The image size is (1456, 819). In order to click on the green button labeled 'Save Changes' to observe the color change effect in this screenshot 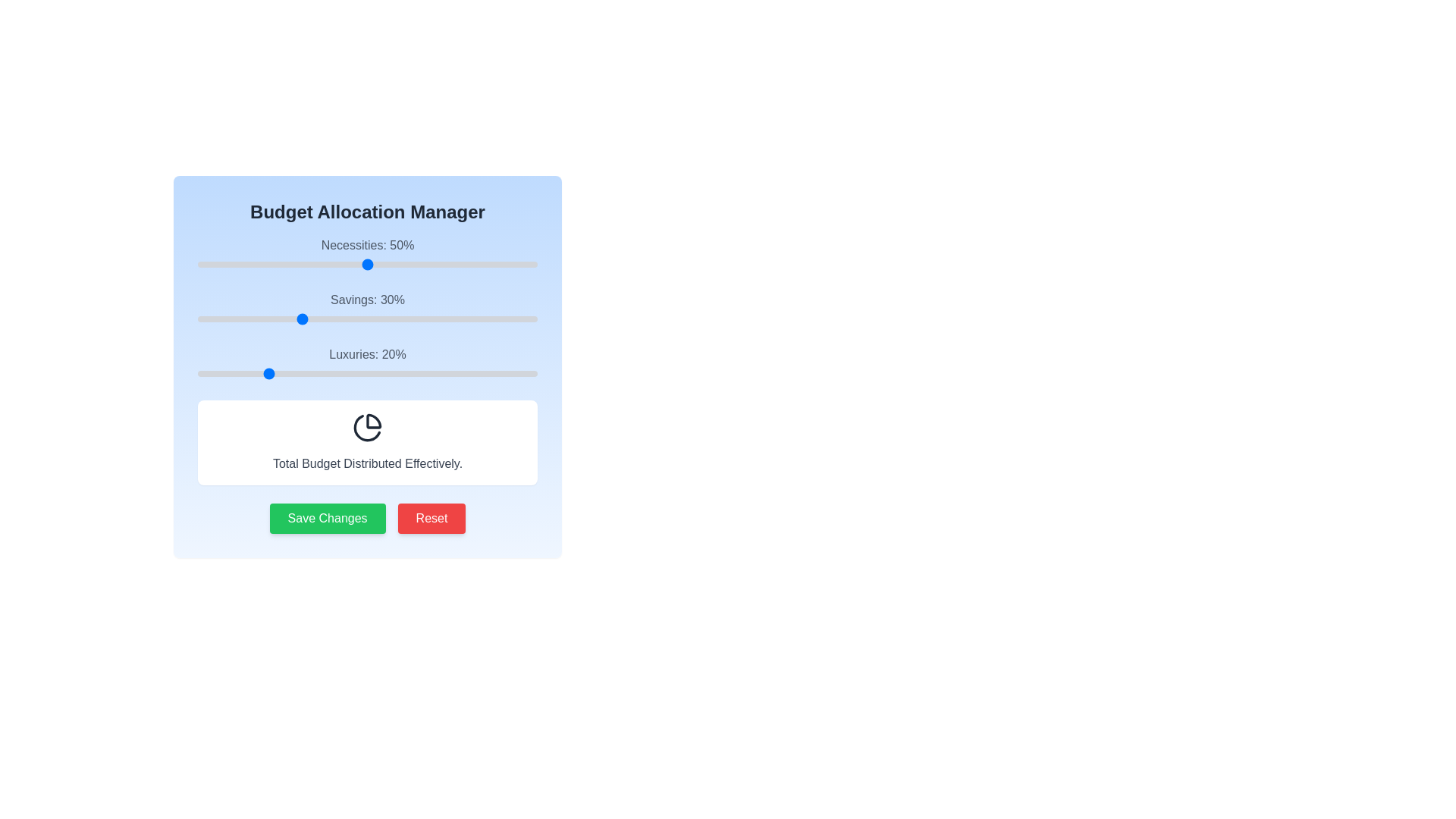, I will do `click(327, 517)`.